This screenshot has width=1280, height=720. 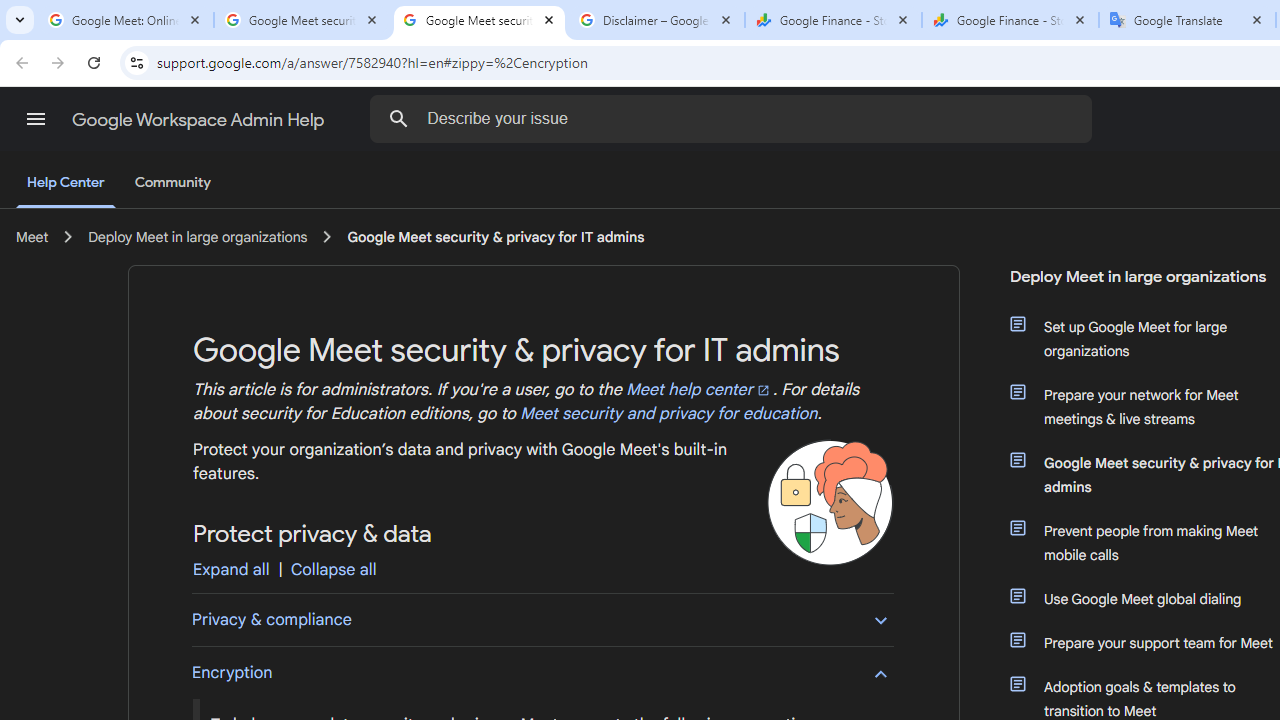 What do you see at coordinates (200, 119) in the screenshot?
I see `'Google Workspace Admin Help'` at bounding box center [200, 119].